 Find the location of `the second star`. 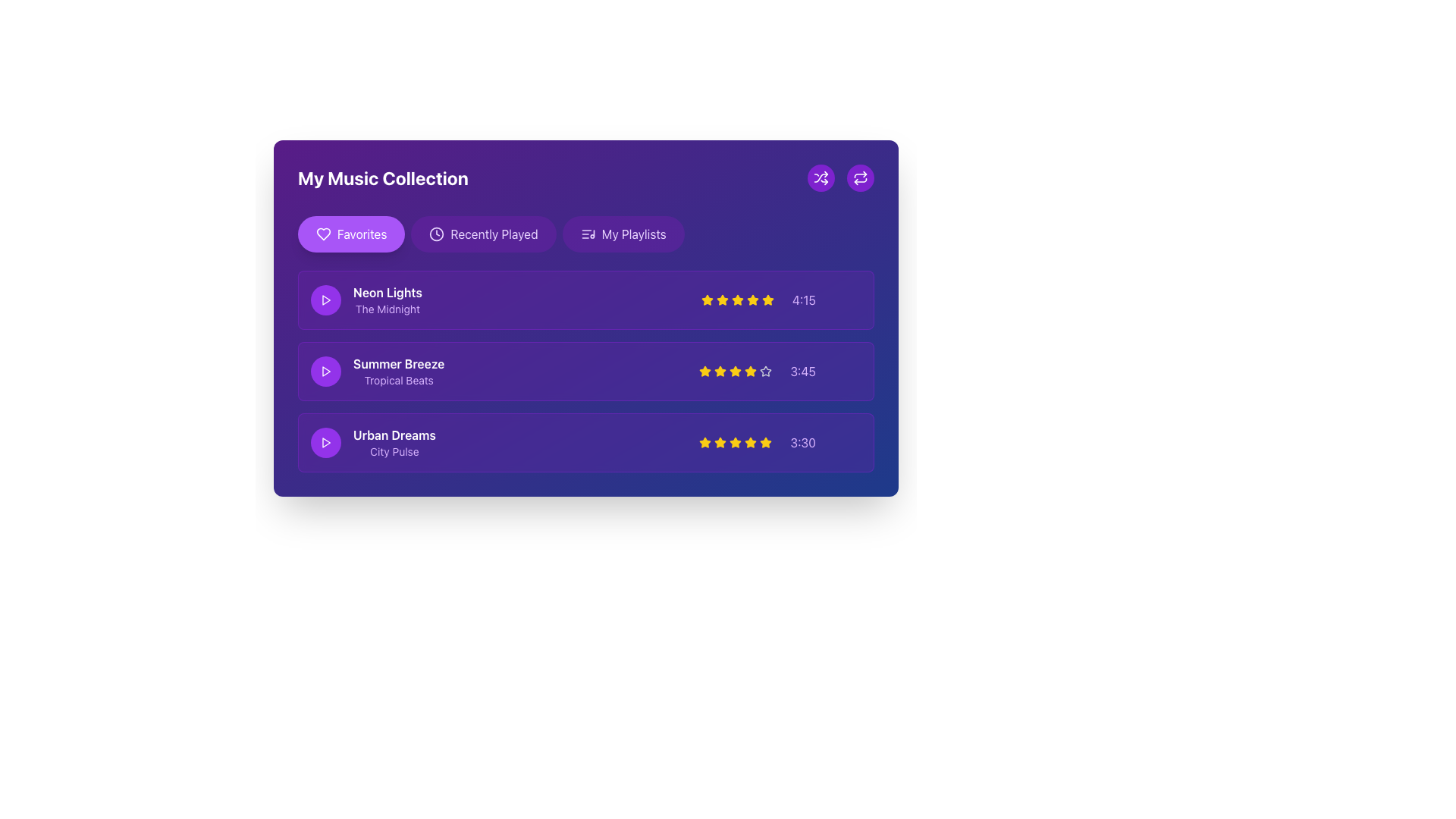

the second star is located at coordinates (706, 300).